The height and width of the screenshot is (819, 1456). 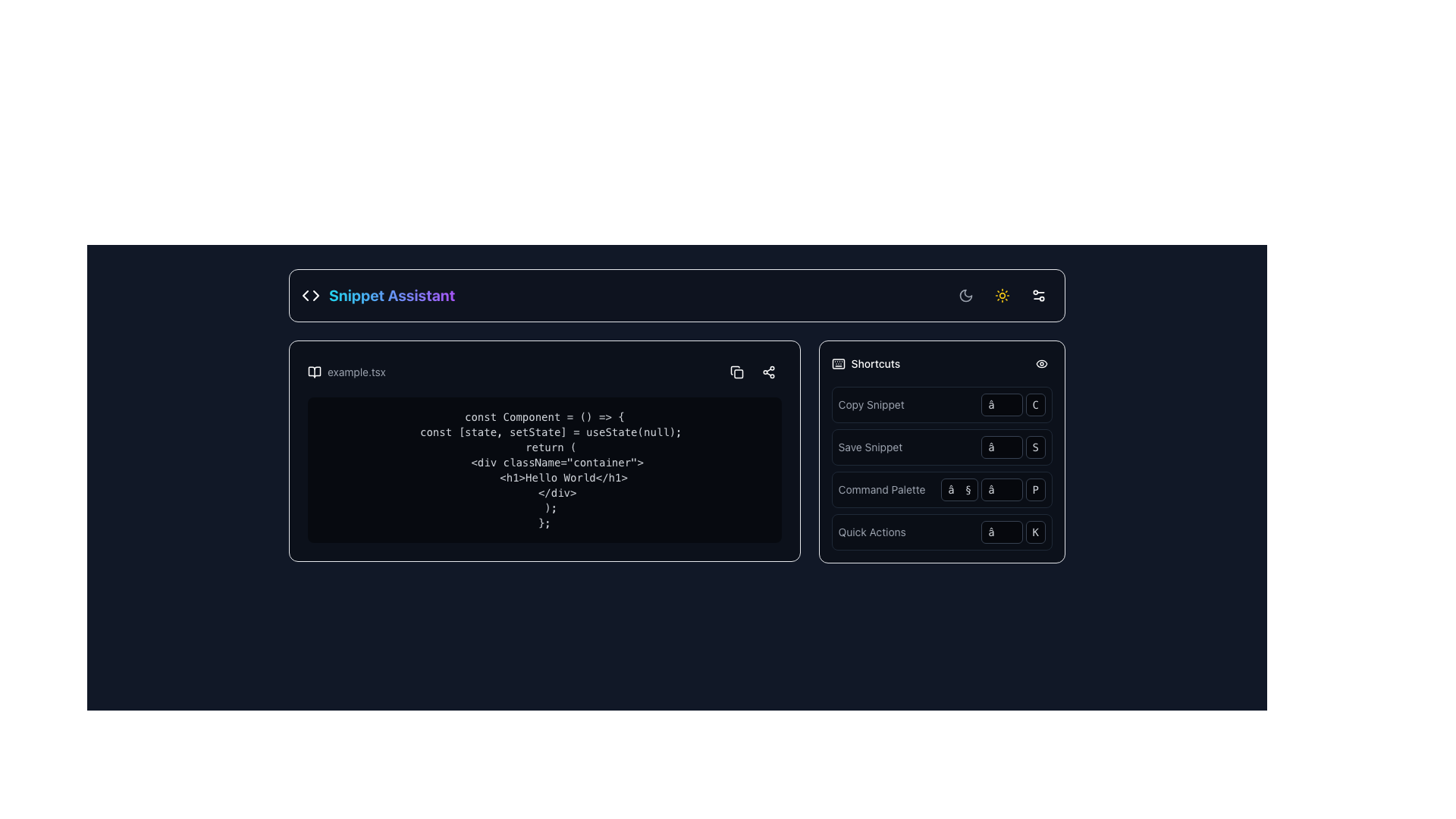 I want to click on the content of the Shortcut indicator displaying '⌘S' in the 'Shortcuts' section under 'Save Snippet', so click(x=1013, y=447).